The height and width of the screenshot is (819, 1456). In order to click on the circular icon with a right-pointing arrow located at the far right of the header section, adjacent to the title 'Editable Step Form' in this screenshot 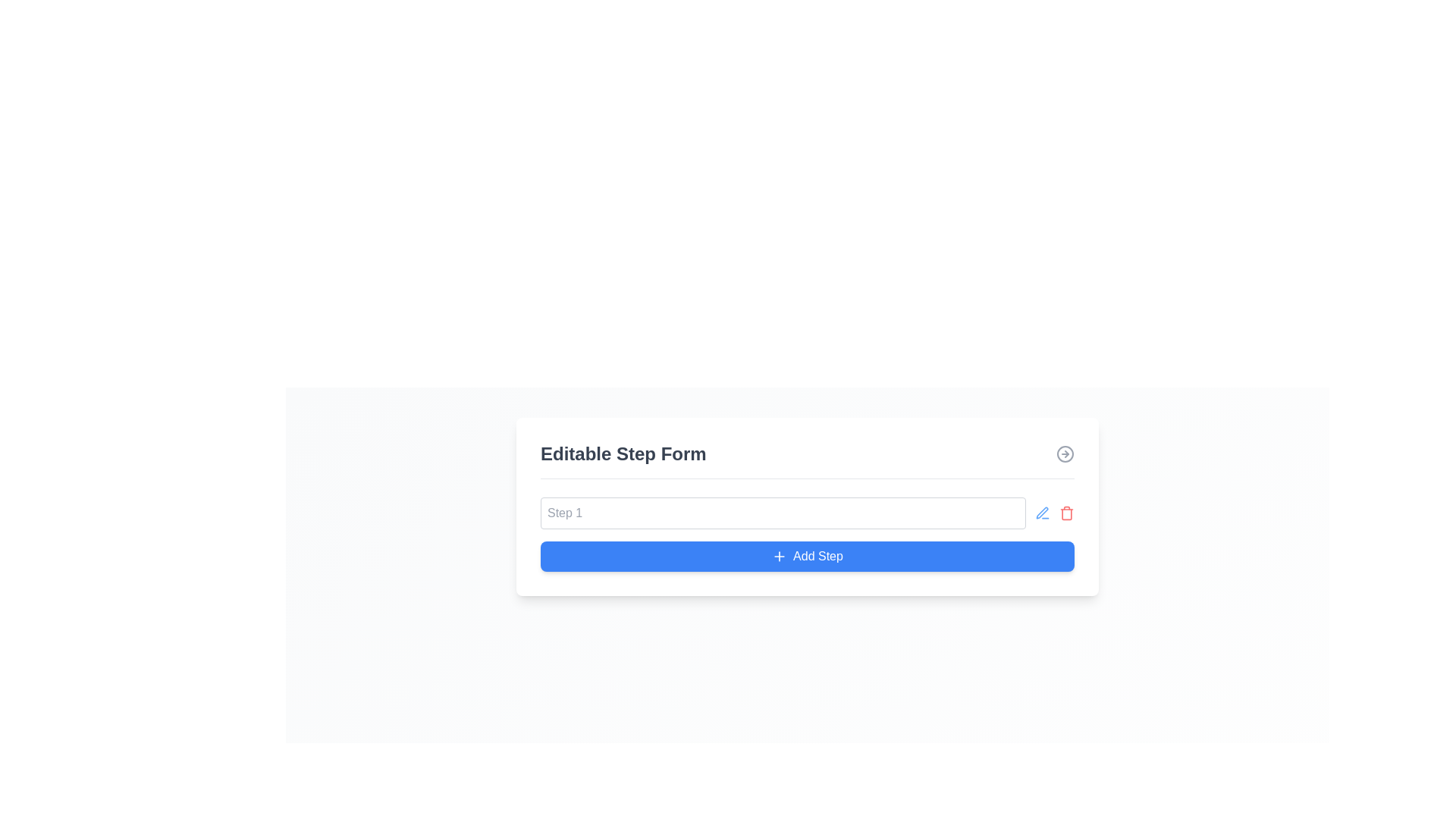, I will do `click(1065, 453)`.